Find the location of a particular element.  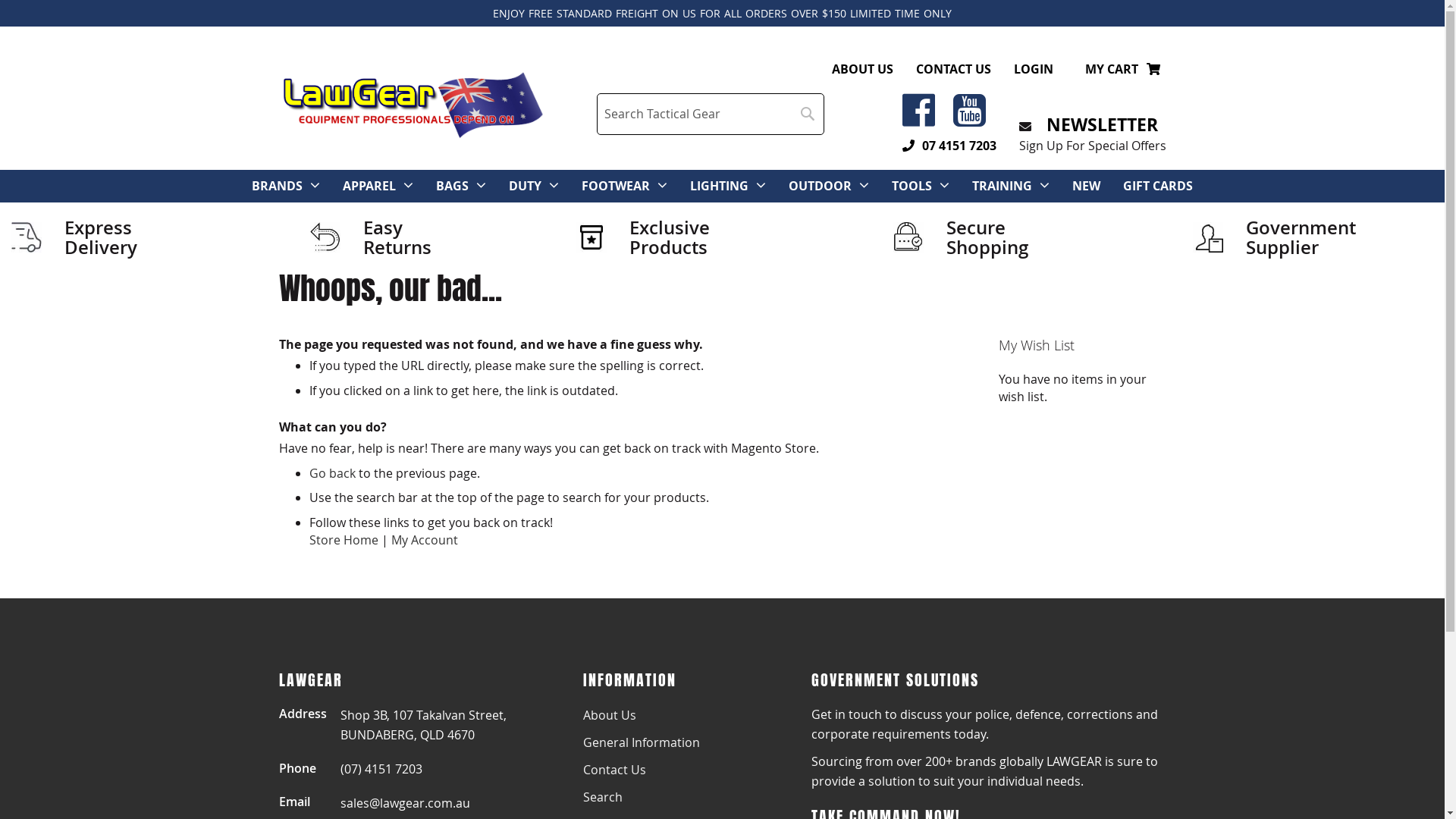

'NEW' is located at coordinates (1072, 185).